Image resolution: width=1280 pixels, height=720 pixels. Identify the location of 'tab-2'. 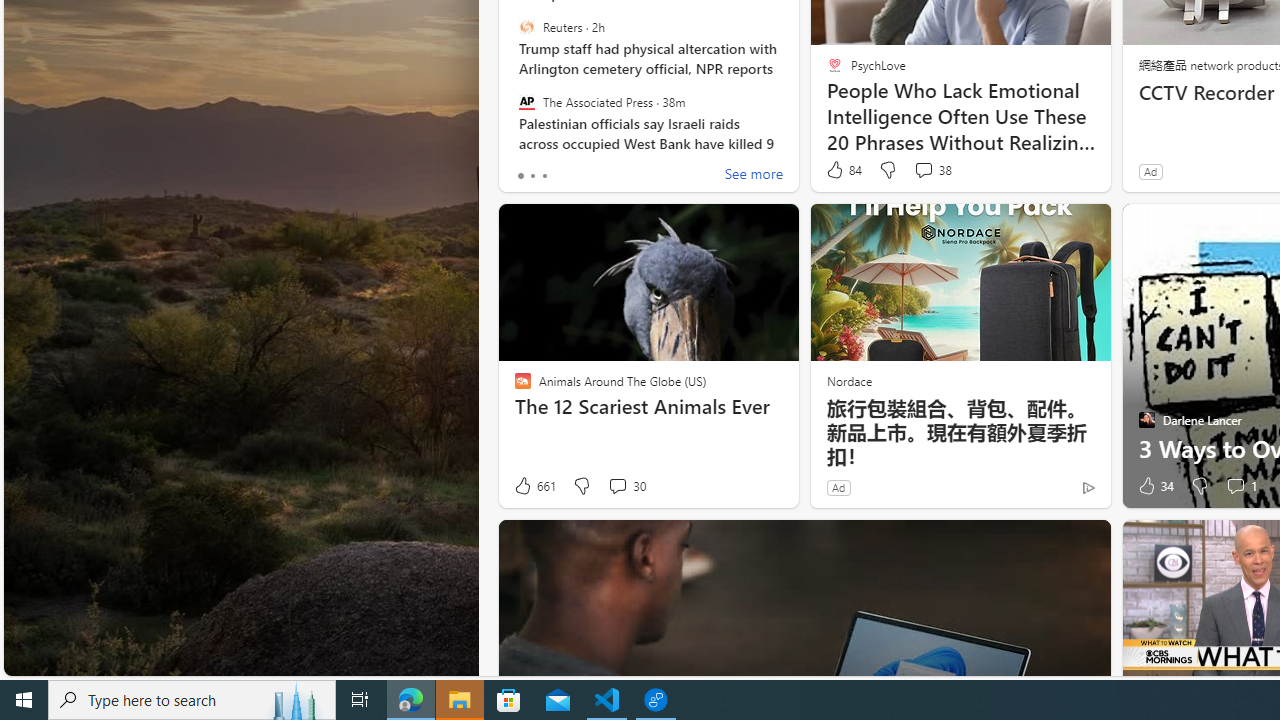
(544, 175).